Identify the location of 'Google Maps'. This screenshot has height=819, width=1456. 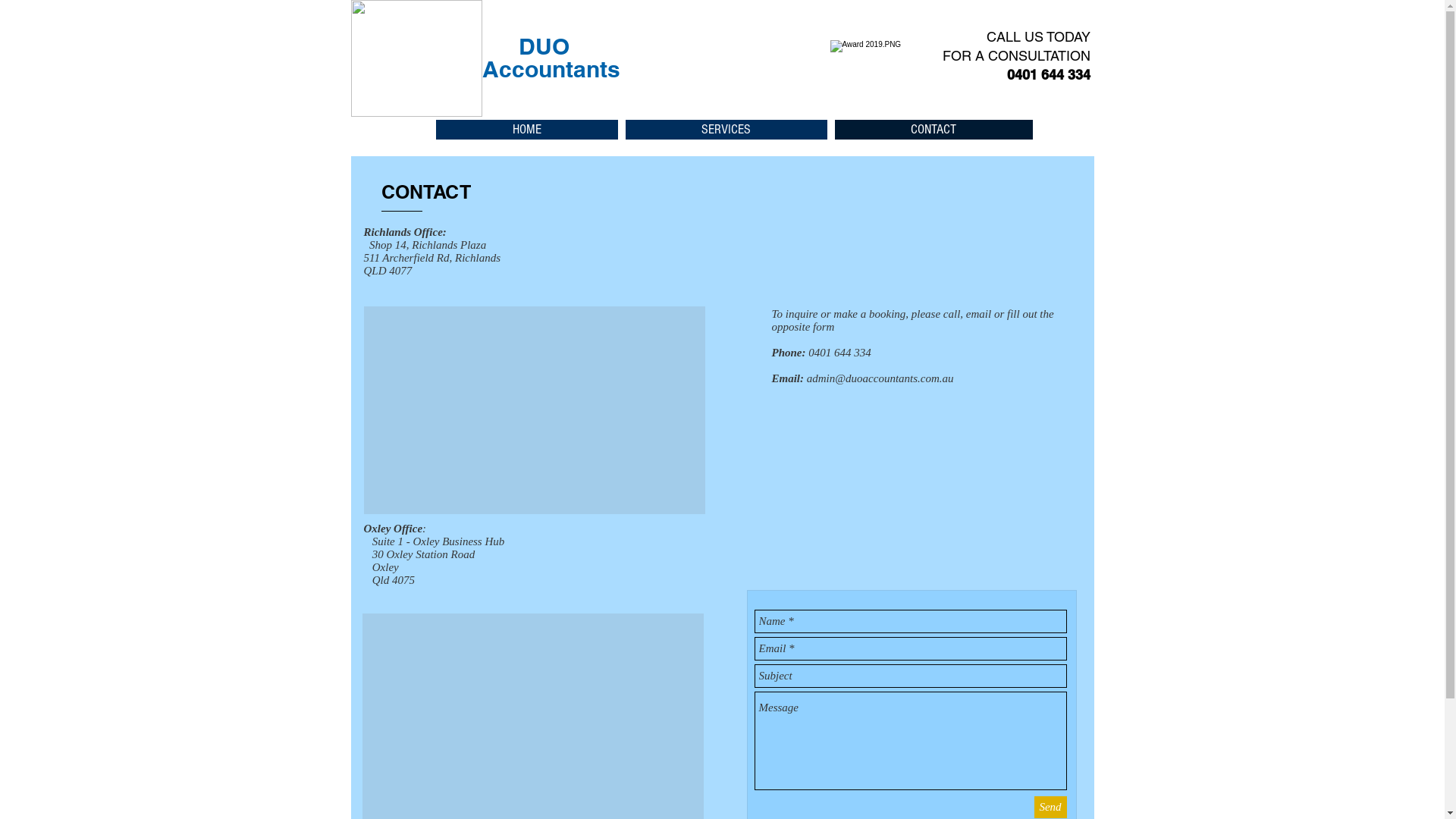
(534, 409).